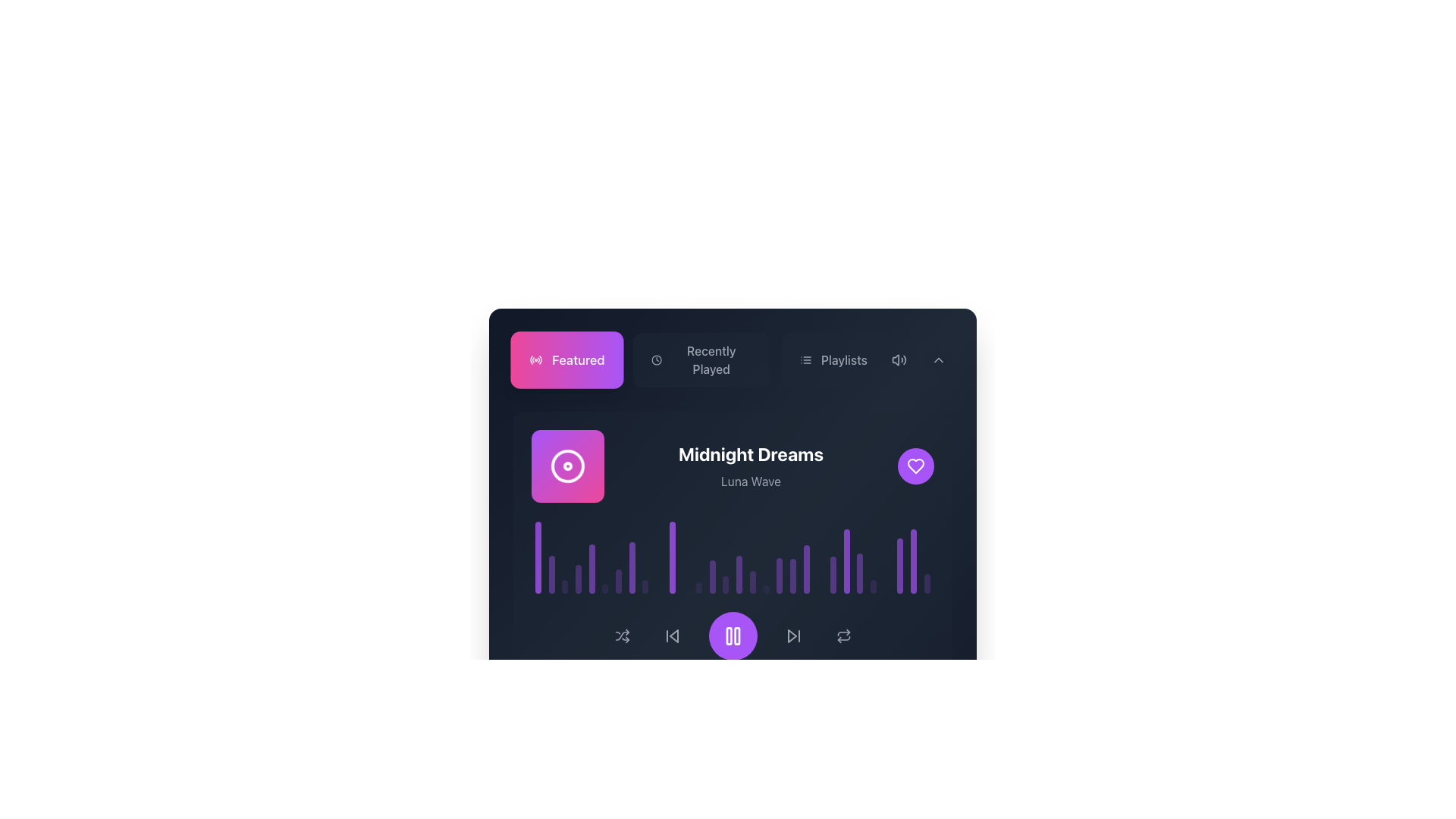 The height and width of the screenshot is (819, 1456). What do you see at coordinates (645, 586) in the screenshot?
I see `the ninth graphical bar representing audio levels or playback progress in the application interface` at bounding box center [645, 586].